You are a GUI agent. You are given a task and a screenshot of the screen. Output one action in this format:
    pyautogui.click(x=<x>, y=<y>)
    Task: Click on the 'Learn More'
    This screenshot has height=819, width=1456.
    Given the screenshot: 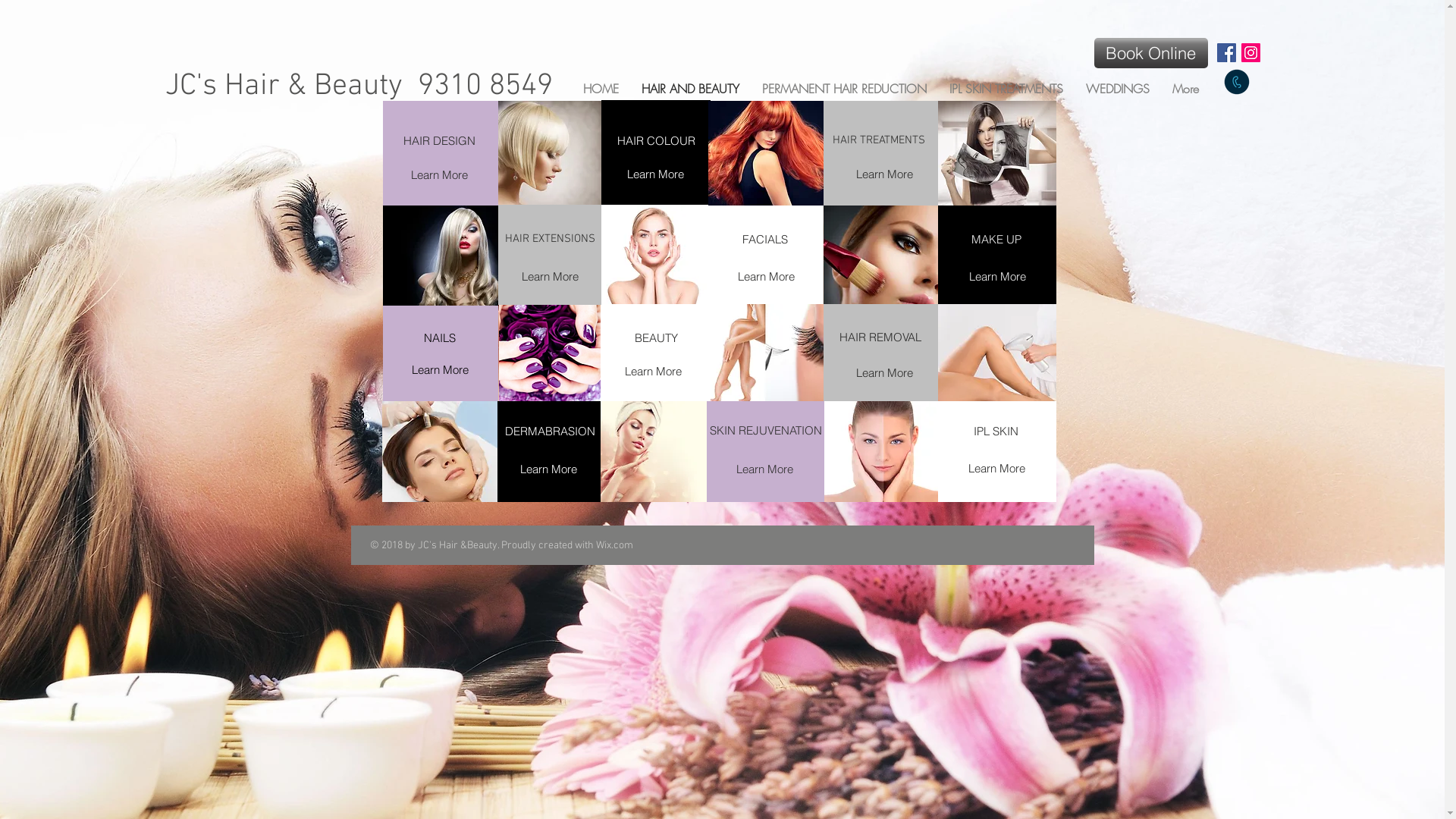 What is the action you would take?
    pyautogui.click(x=766, y=275)
    